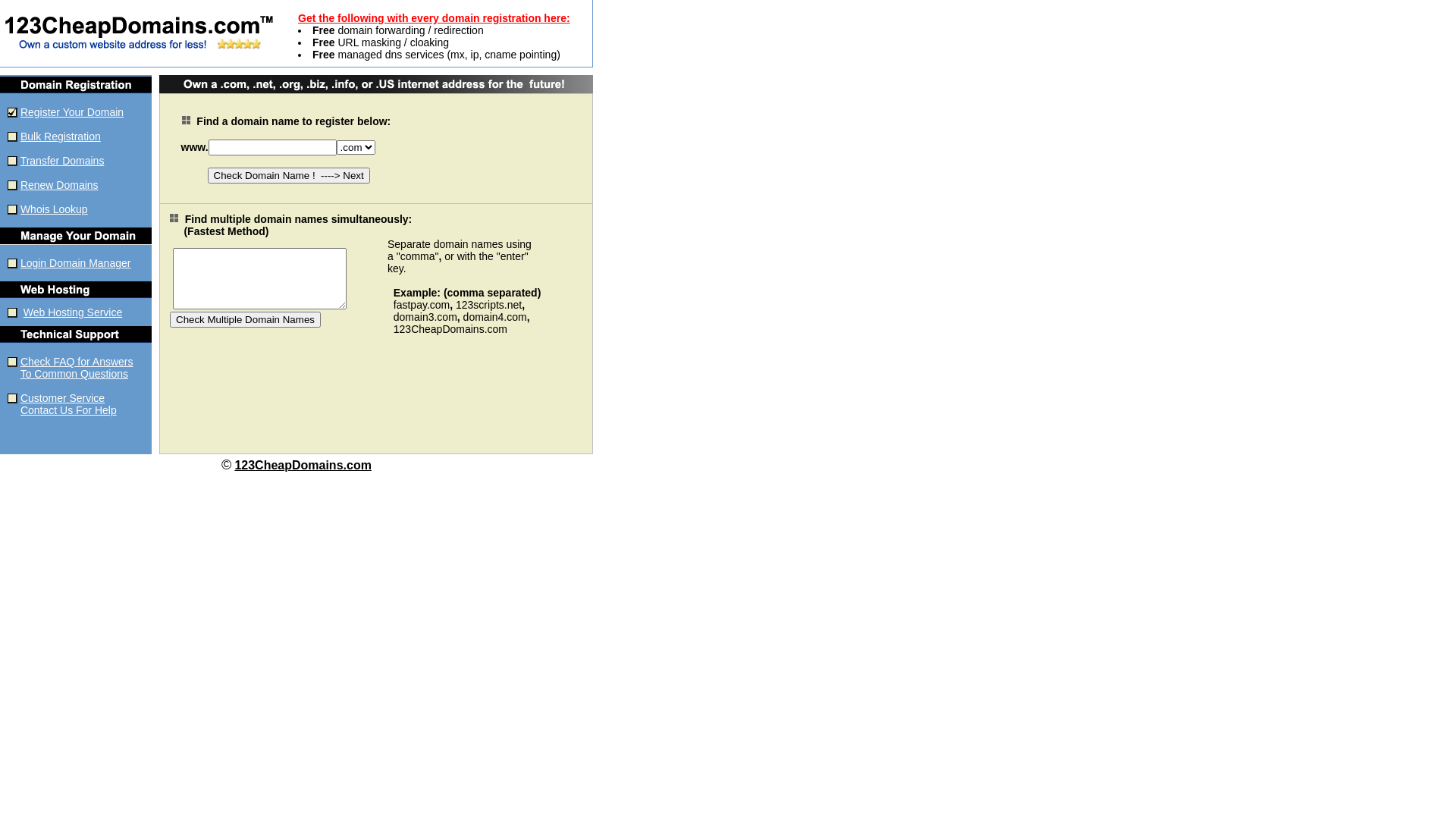  What do you see at coordinates (20, 111) in the screenshot?
I see `'Register Your Domain'` at bounding box center [20, 111].